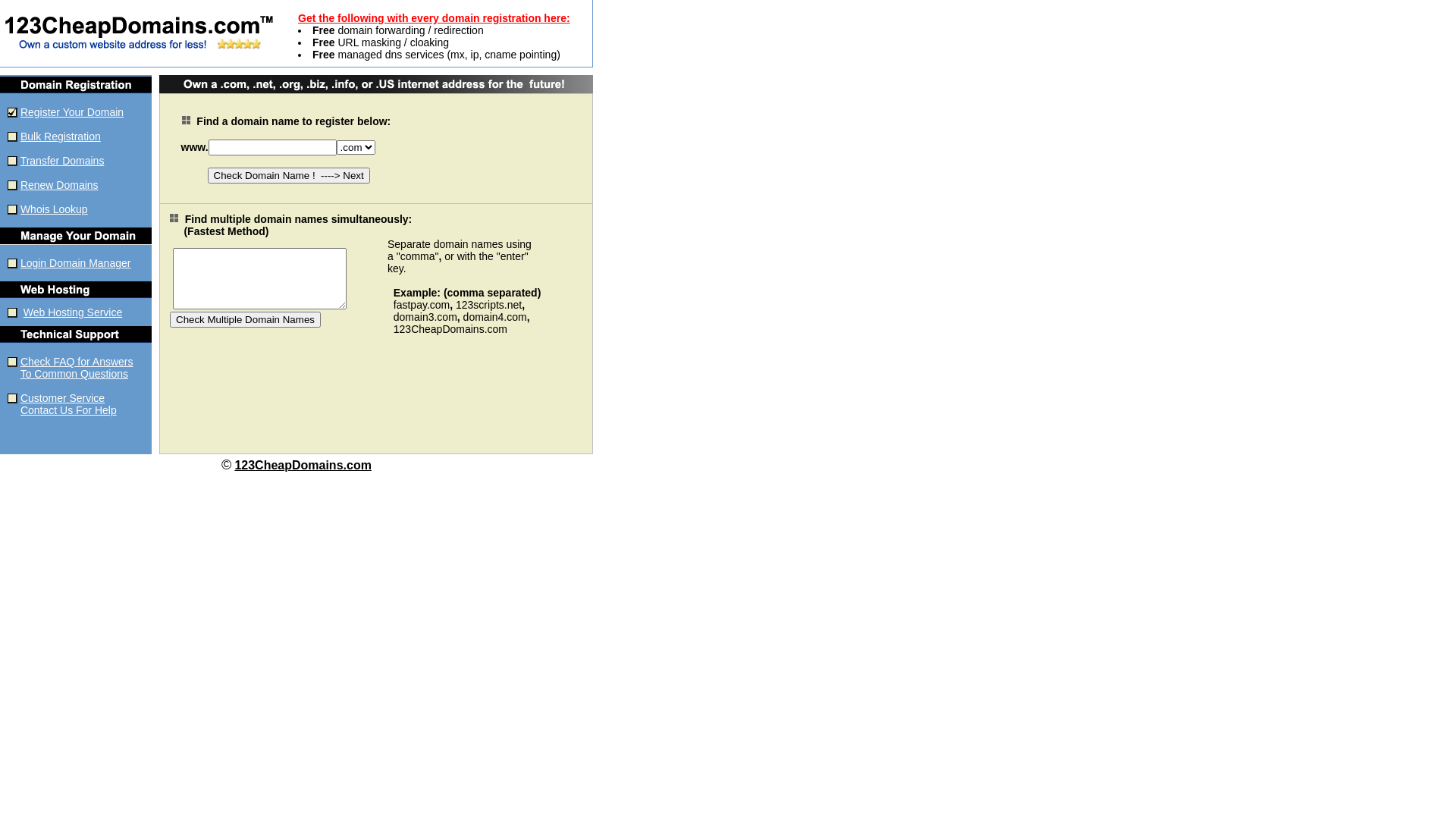  What do you see at coordinates (20, 111) in the screenshot?
I see `'Register Your Domain'` at bounding box center [20, 111].